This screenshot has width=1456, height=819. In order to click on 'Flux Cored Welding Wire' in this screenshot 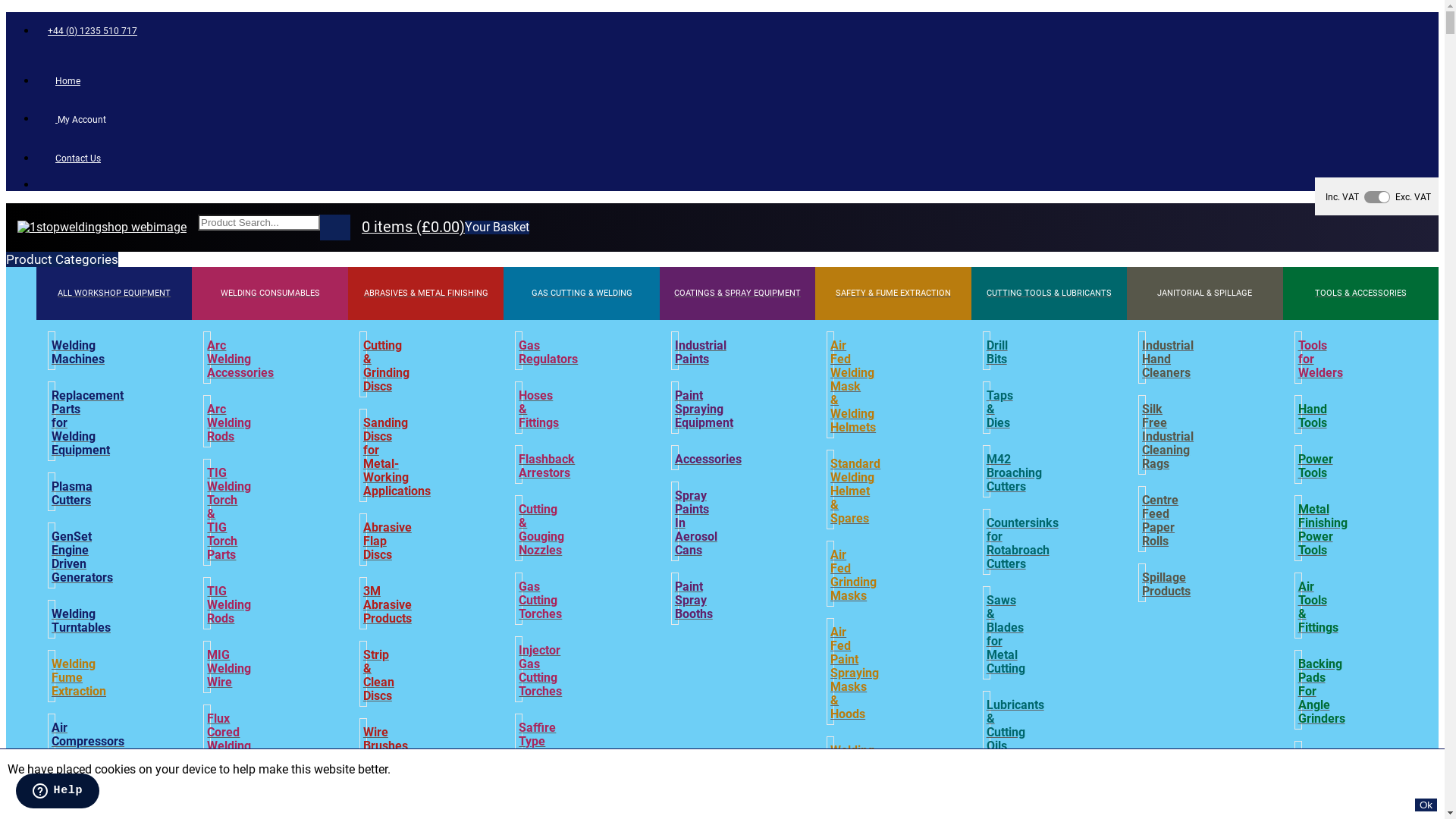, I will do `click(228, 739)`.